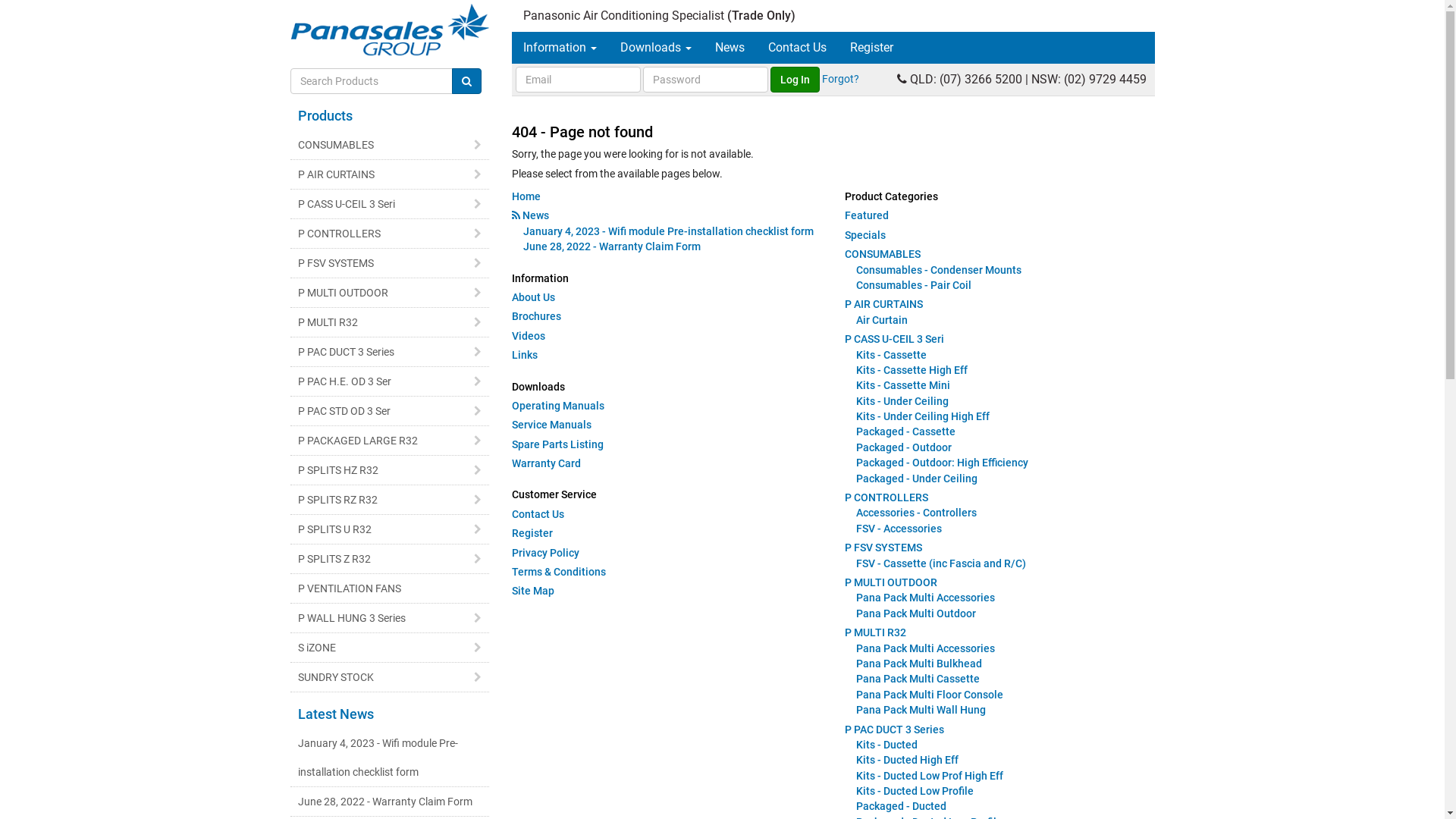 Image resolution: width=1456 pixels, height=819 pixels. Describe the element at coordinates (466, 81) in the screenshot. I see `'Go!'` at that location.